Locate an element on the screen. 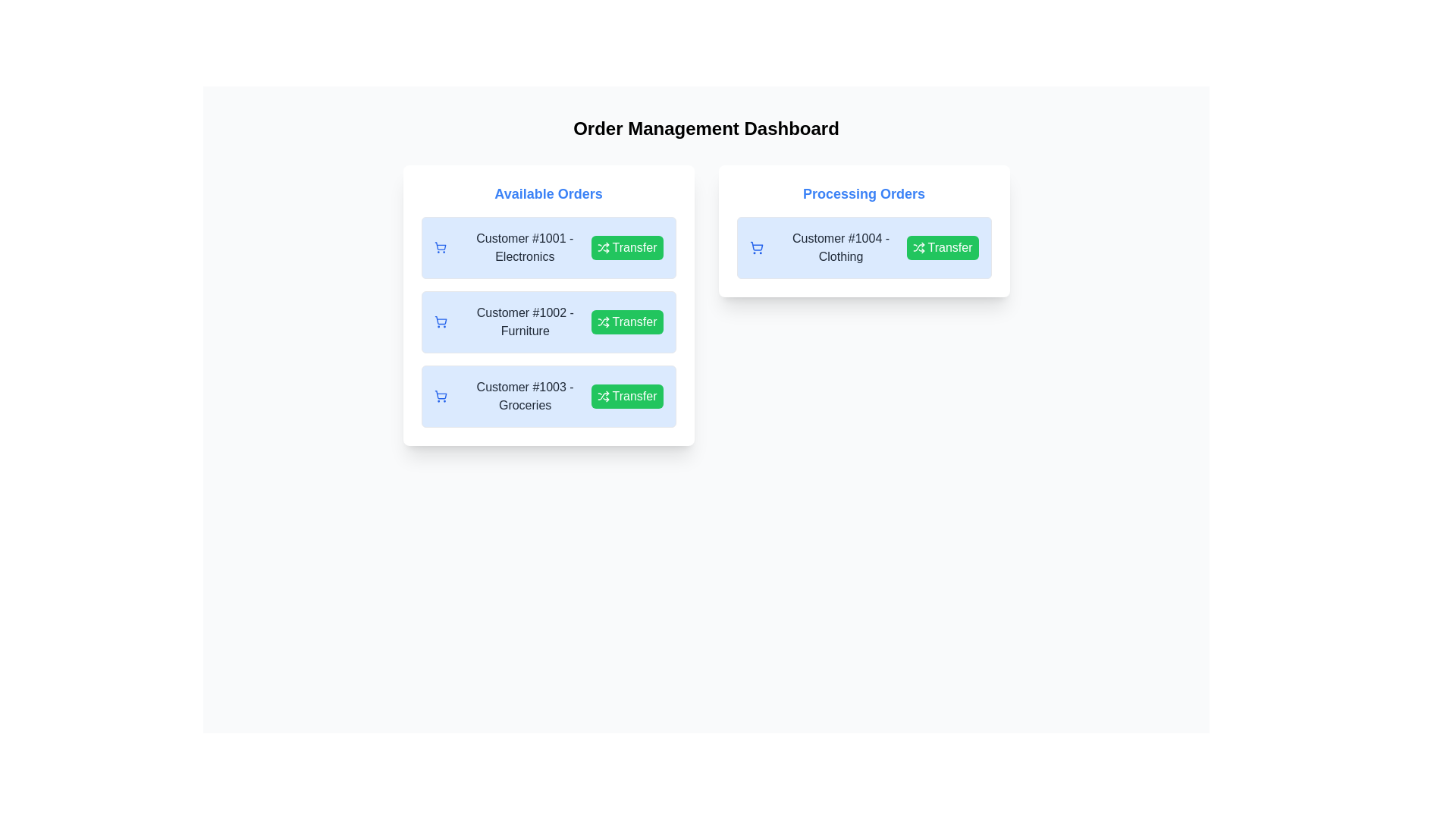 The width and height of the screenshot is (1456, 819). the 'Transfer' button for 'Customer #1002 - Furniture' is located at coordinates (626, 321).